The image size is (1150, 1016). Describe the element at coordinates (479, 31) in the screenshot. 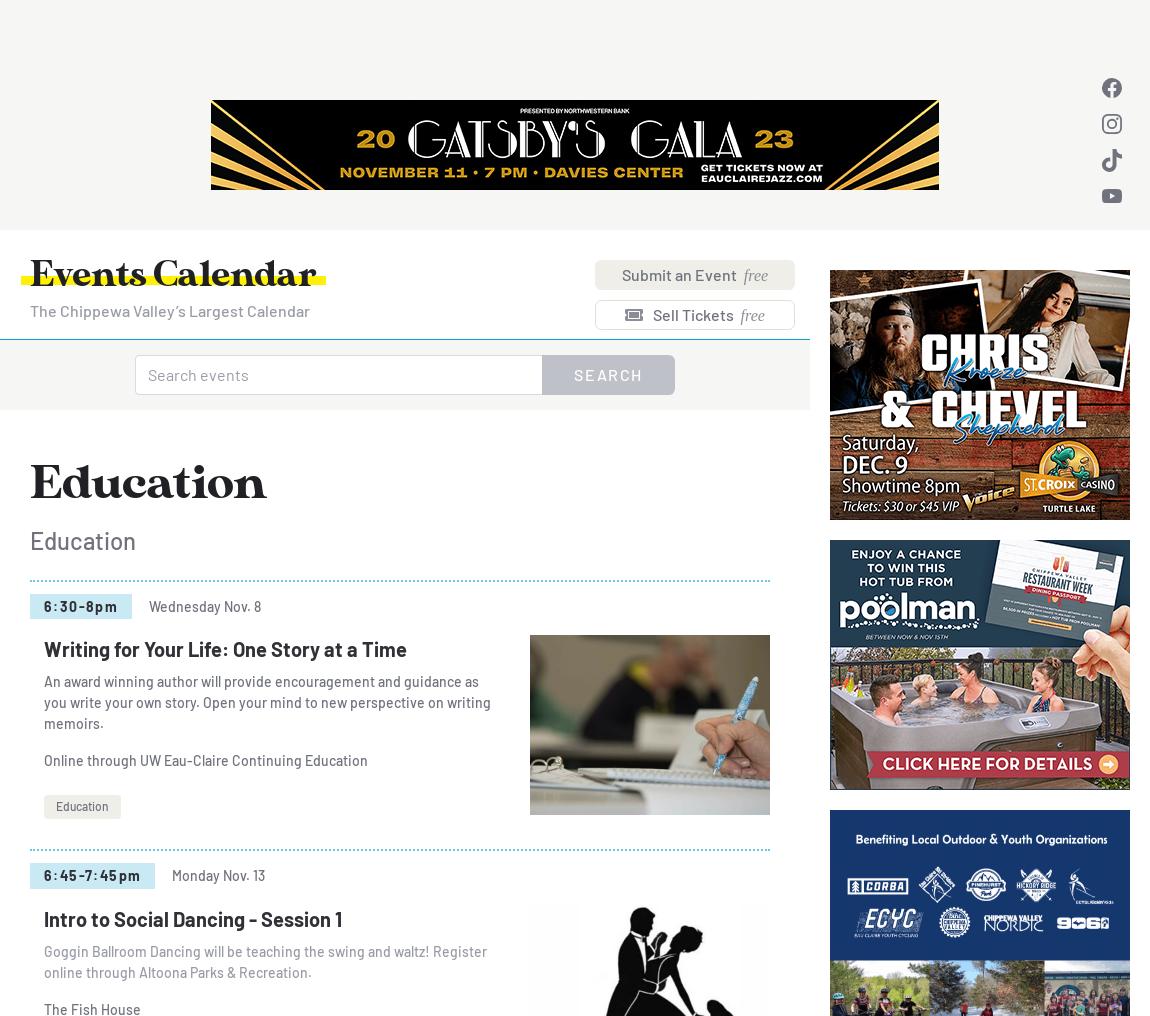

I see `'Deals'` at that location.